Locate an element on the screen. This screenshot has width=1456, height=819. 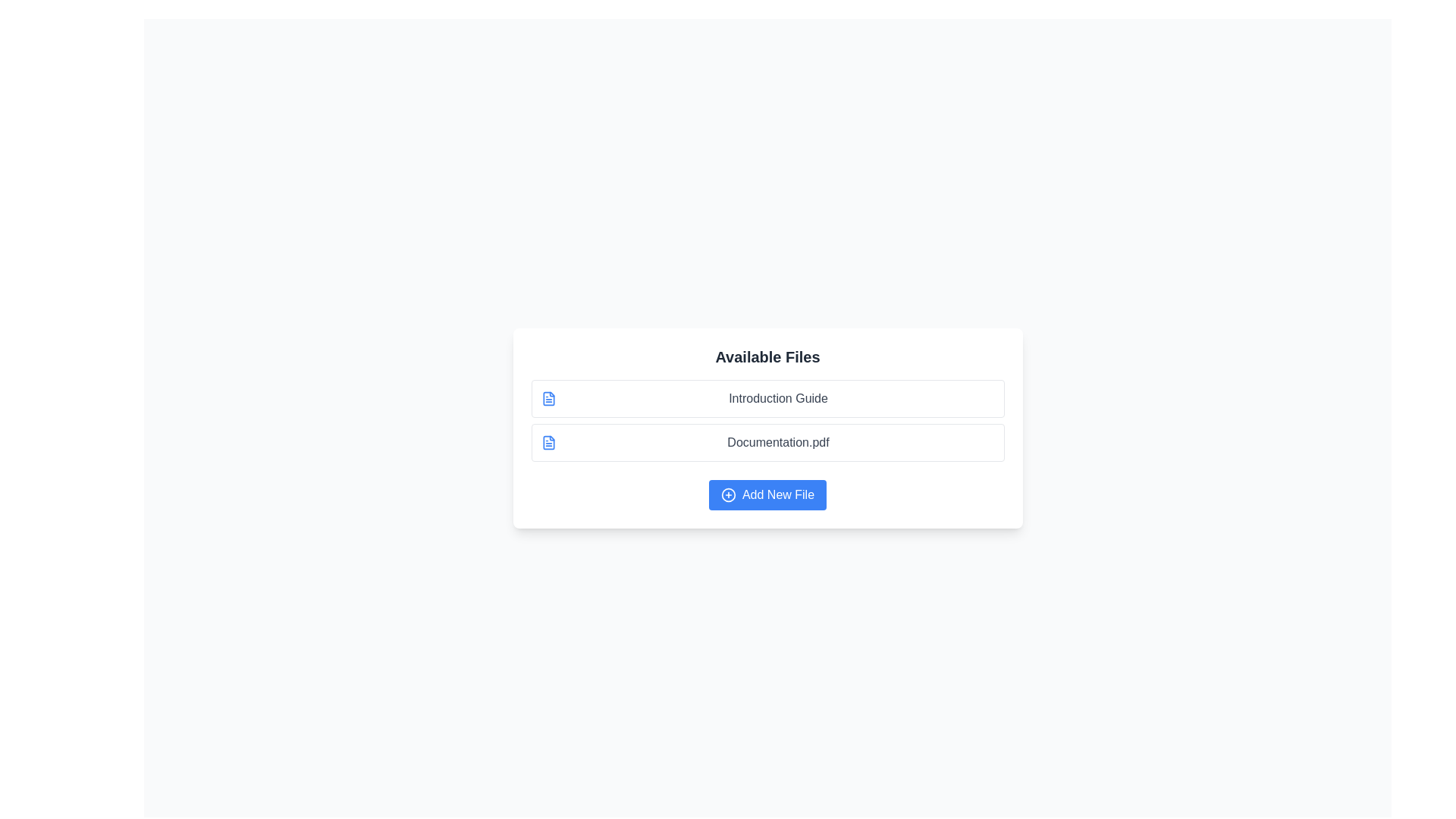
the 'Documentation.pdf' label in the list of available files is located at coordinates (778, 442).